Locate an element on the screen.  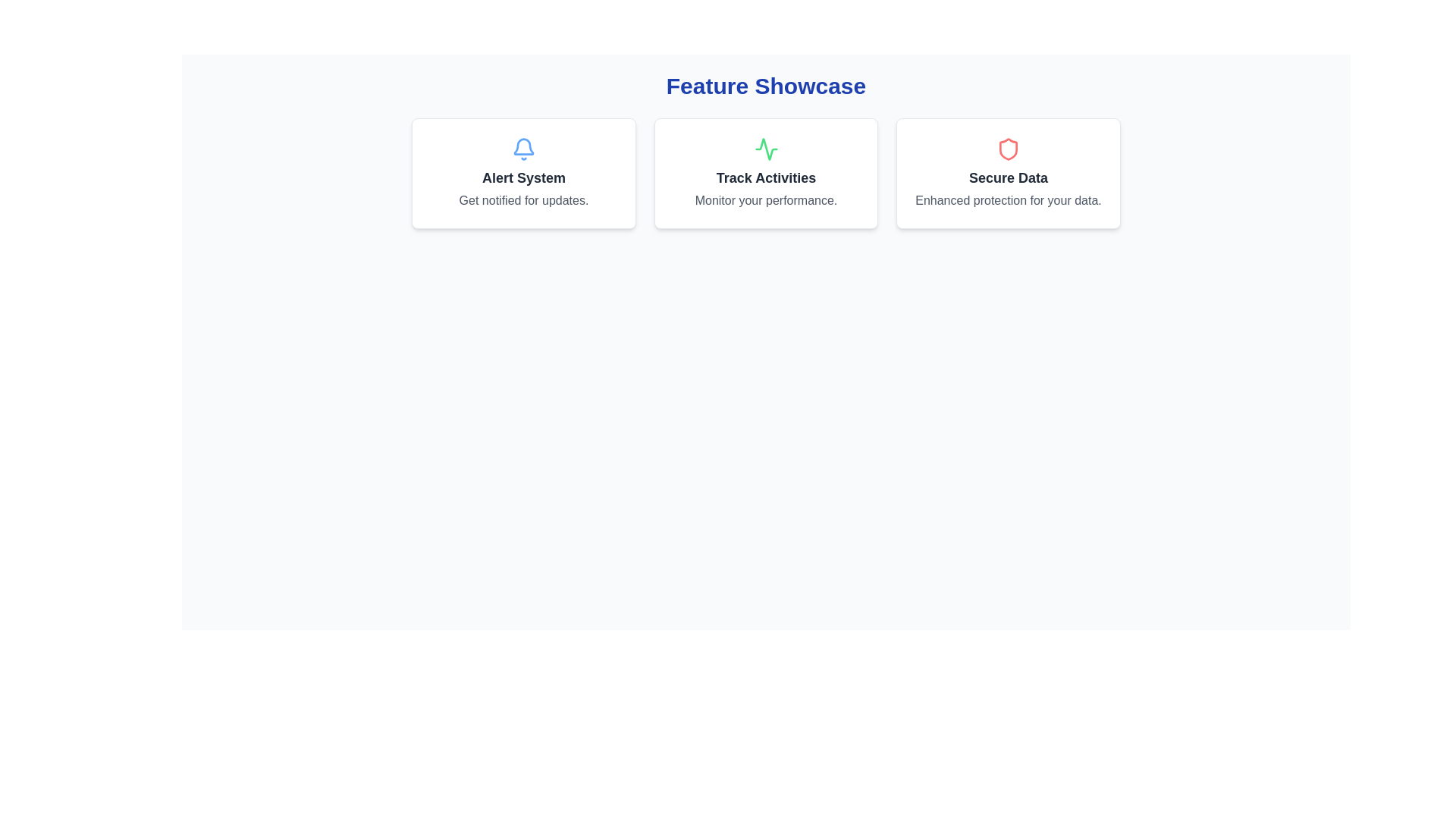
the 'Alert System' text label, which is bold and dark gray, located within a white card below a notification bell icon is located at coordinates (524, 177).